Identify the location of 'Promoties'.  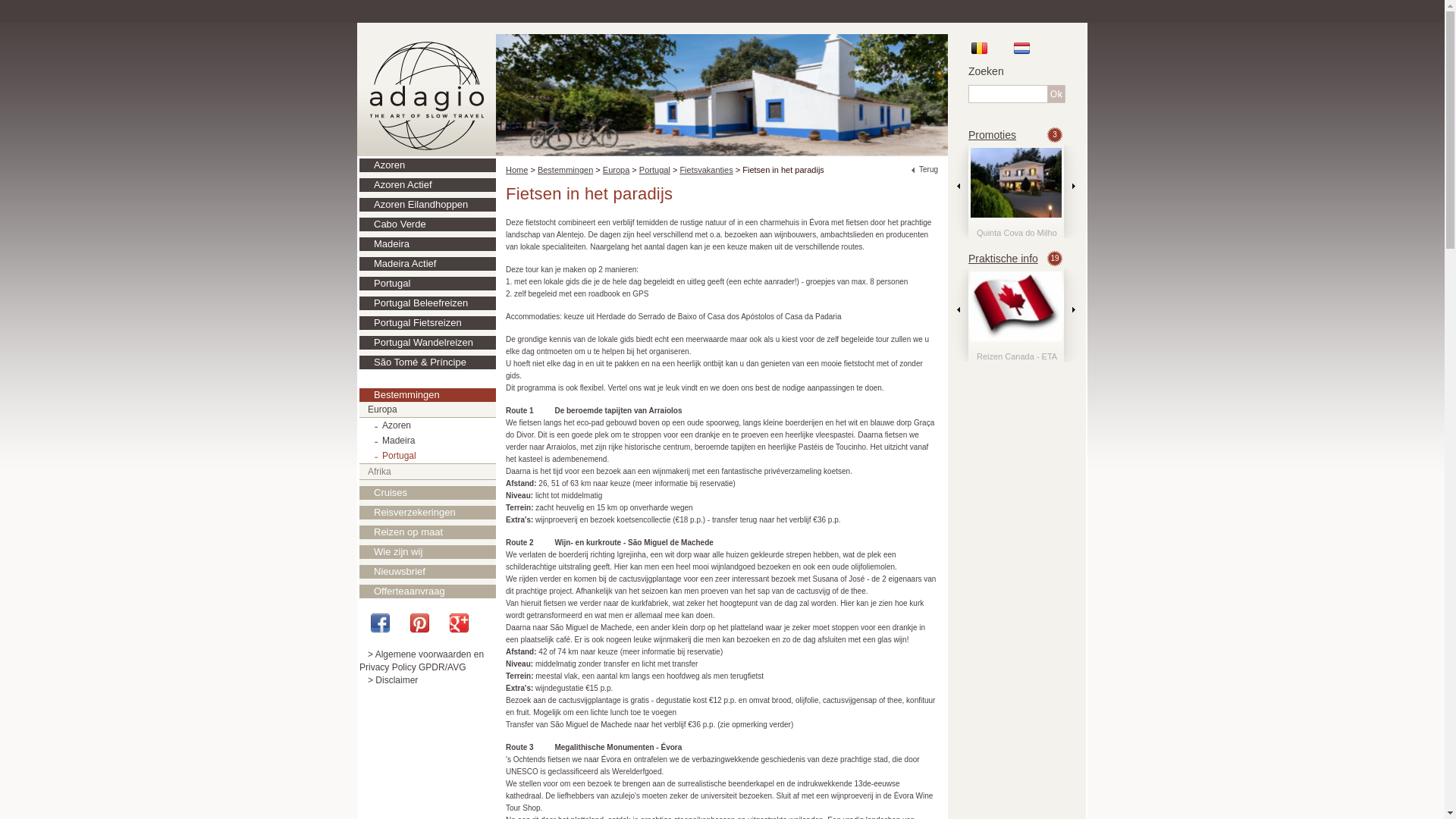
(967, 133).